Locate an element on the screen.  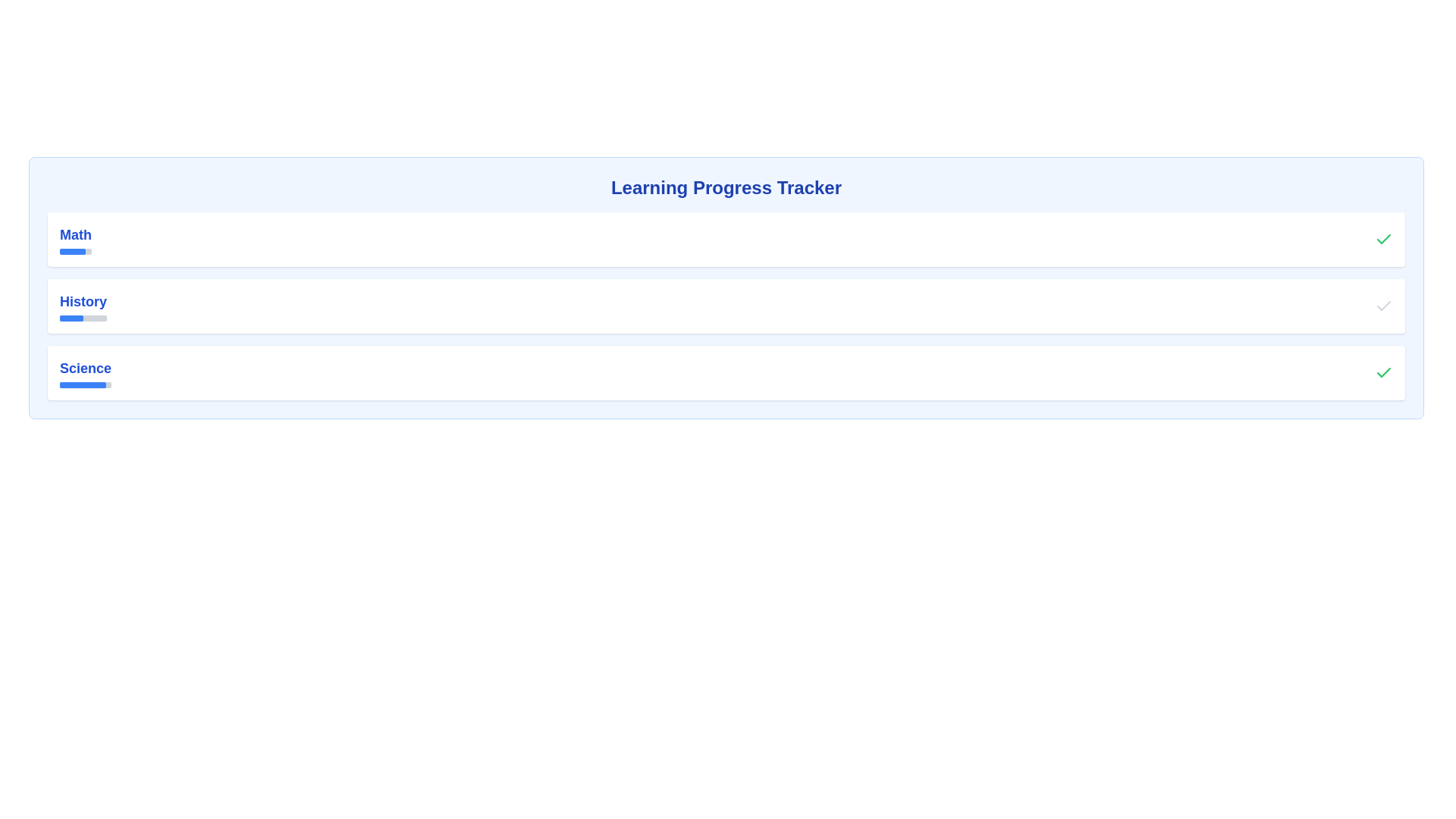
the progress tracker component representing the completion status of 'History,' which is the second element in a vertical list of subjects is located at coordinates (726, 306).